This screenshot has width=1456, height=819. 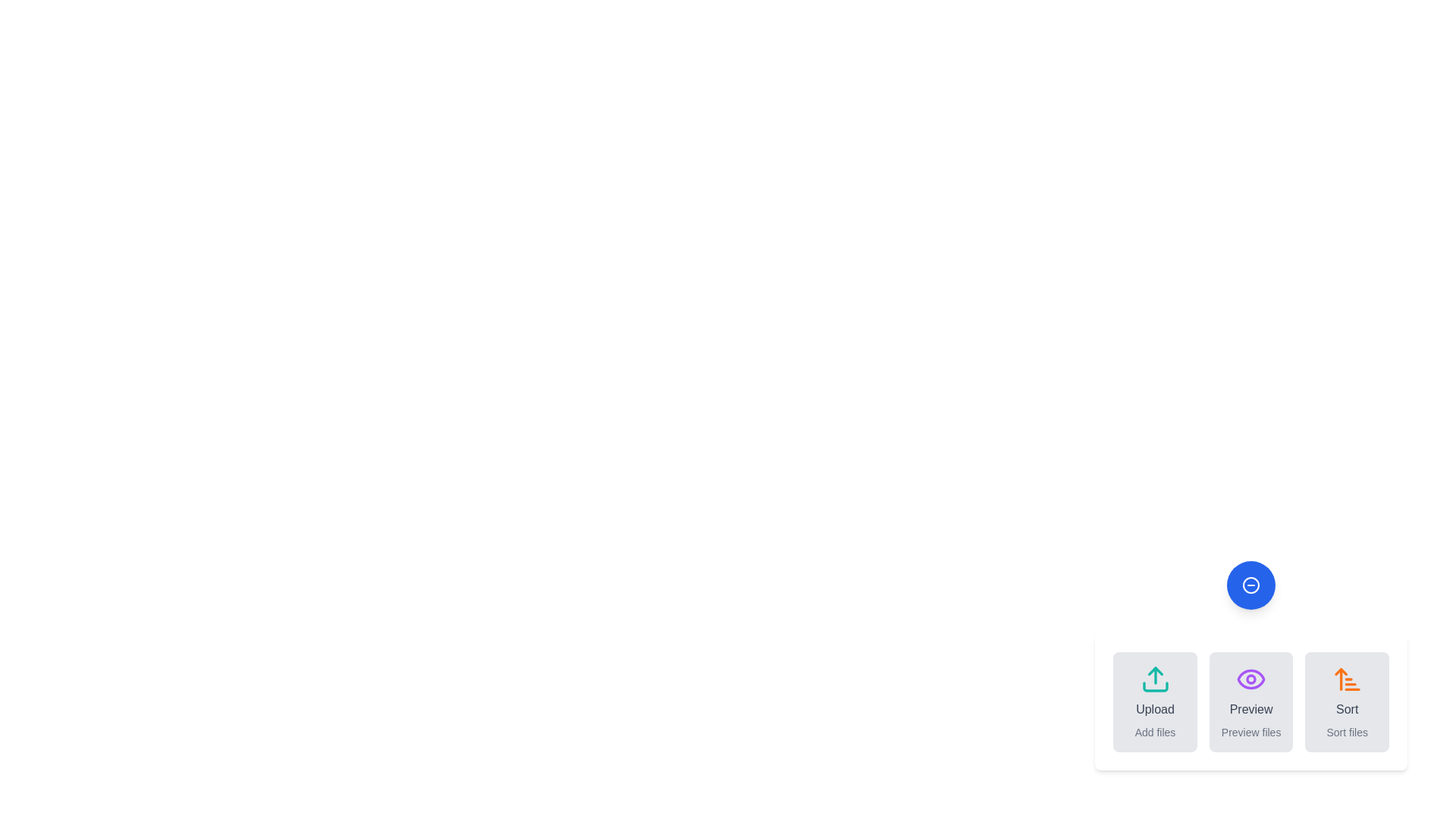 I want to click on the blue circular button to toggle the main menu visibility, so click(x=1251, y=584).